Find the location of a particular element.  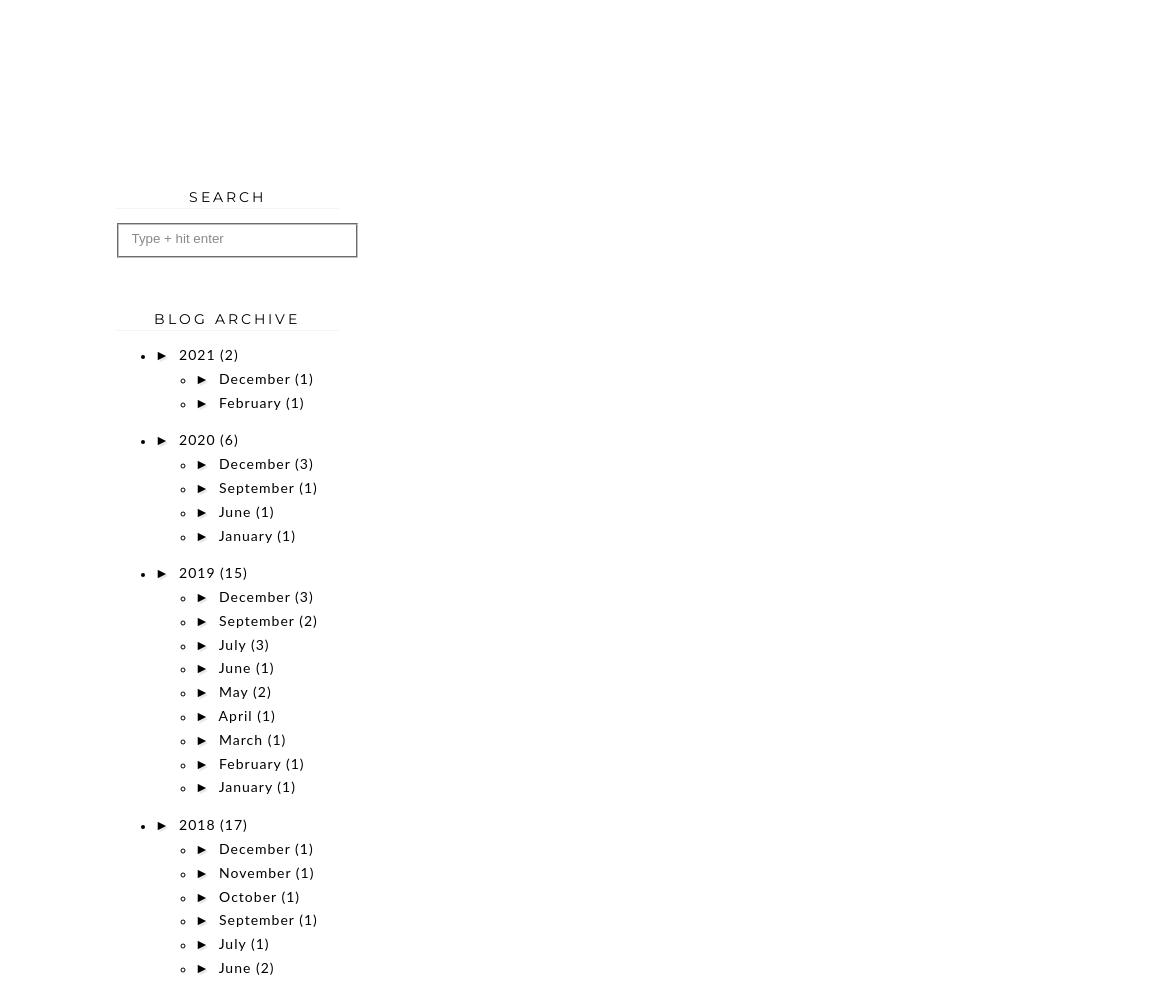

'Search' is located at coordinates (226, 196).